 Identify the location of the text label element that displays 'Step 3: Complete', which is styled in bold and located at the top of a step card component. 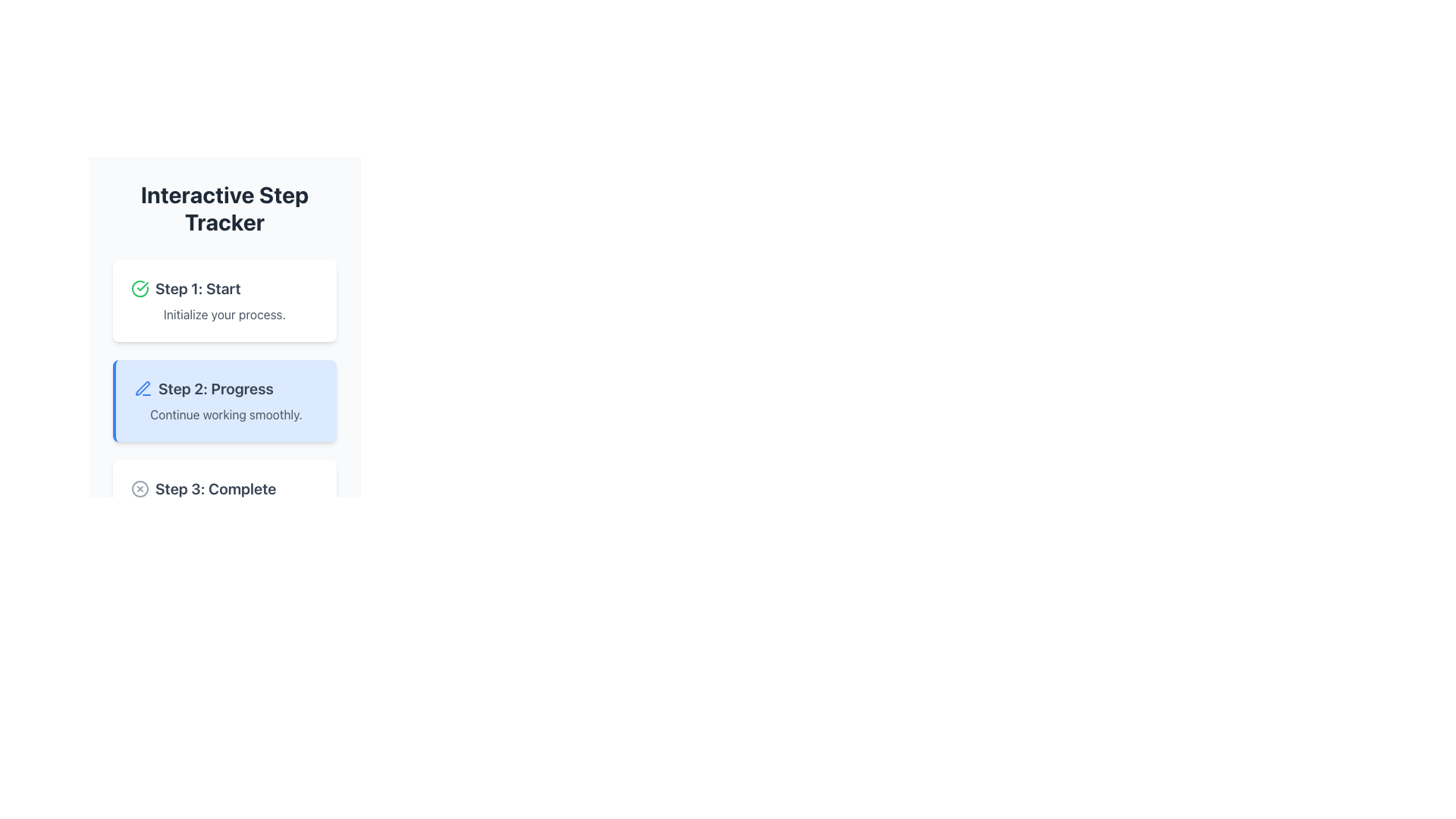
(224, 488).